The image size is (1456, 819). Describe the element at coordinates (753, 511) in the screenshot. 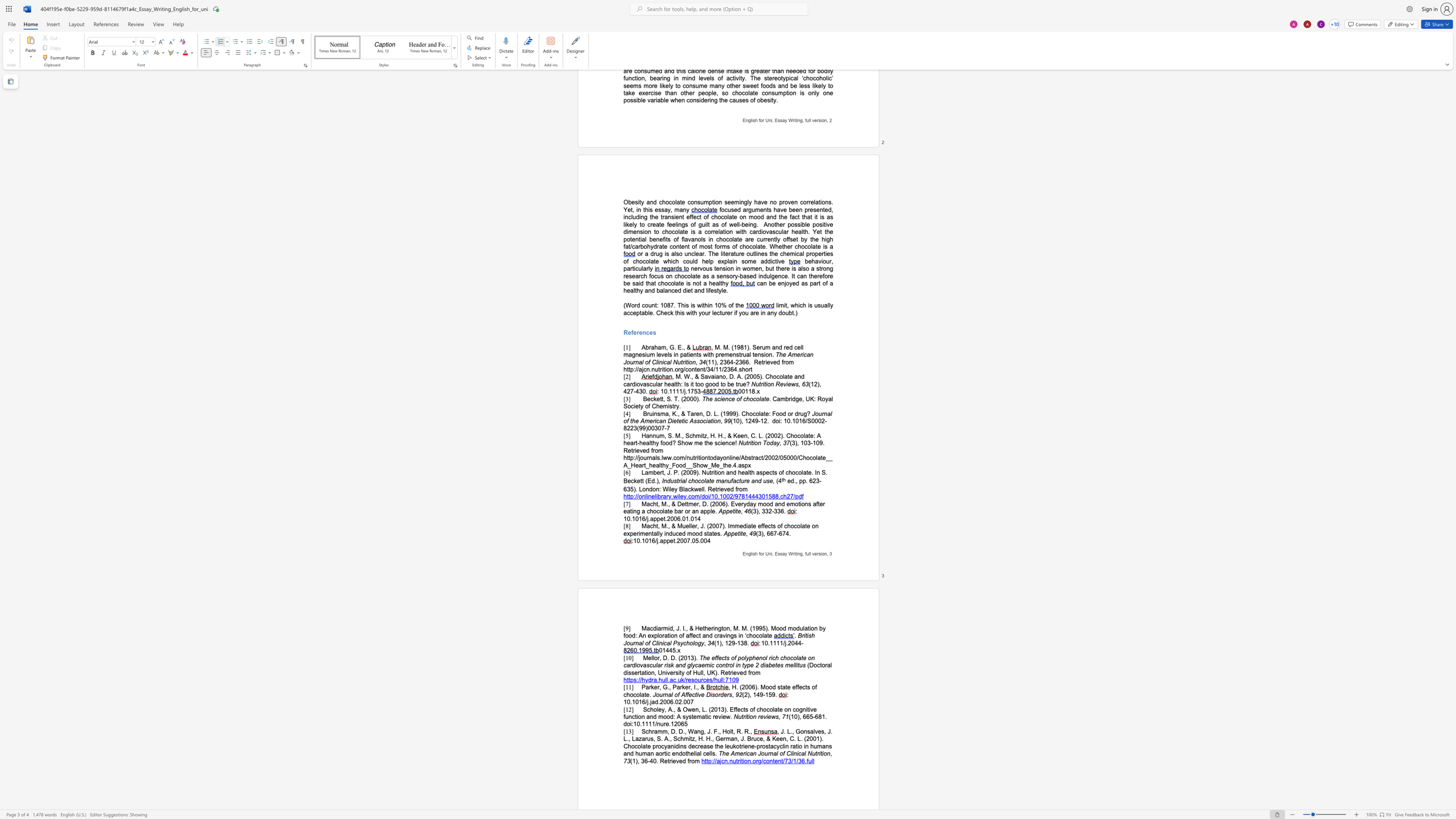

I see `the space between the continuous character "(" and "3" in the text` at that location.